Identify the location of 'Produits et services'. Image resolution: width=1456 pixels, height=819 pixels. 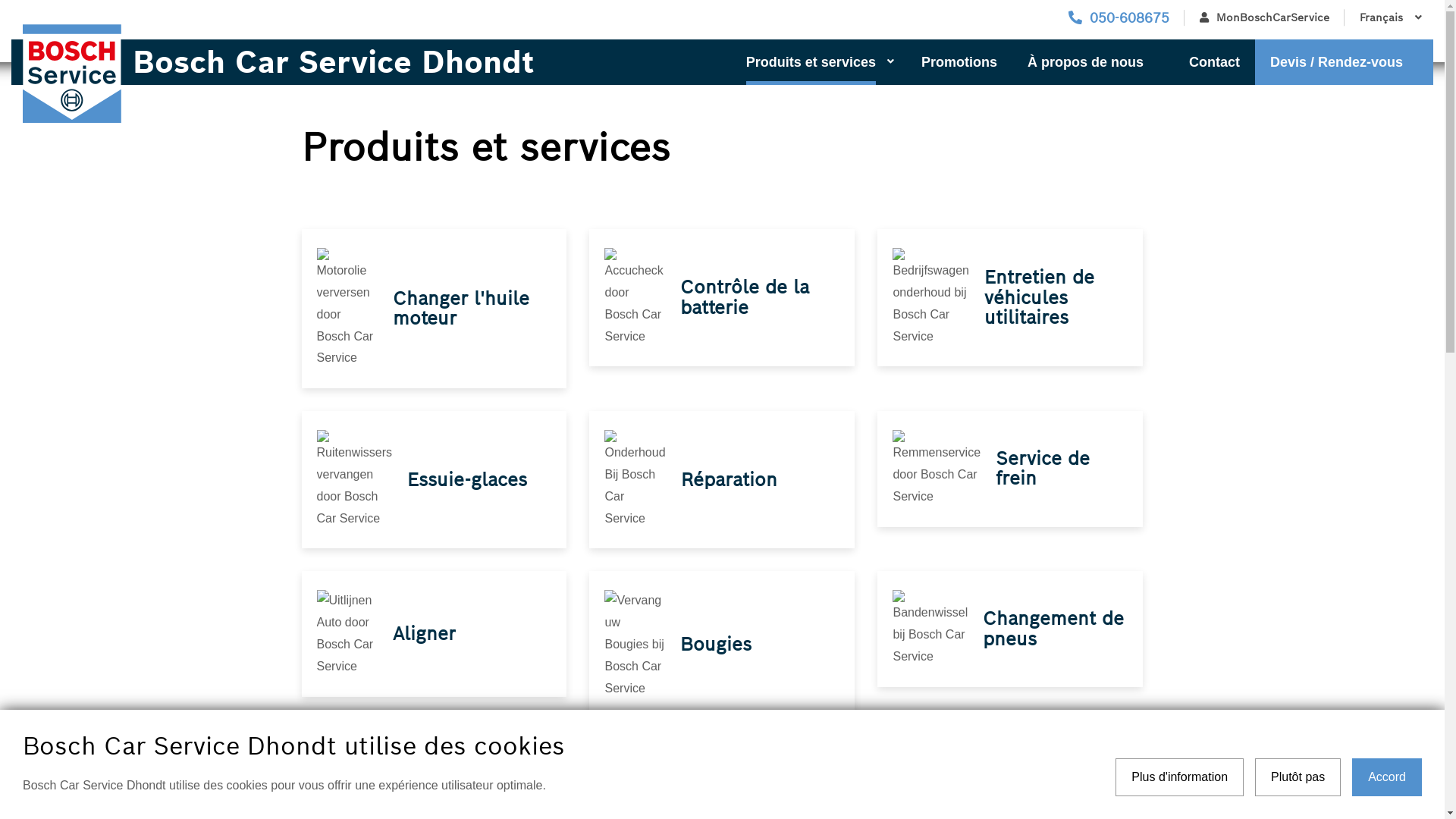
(817, 61).